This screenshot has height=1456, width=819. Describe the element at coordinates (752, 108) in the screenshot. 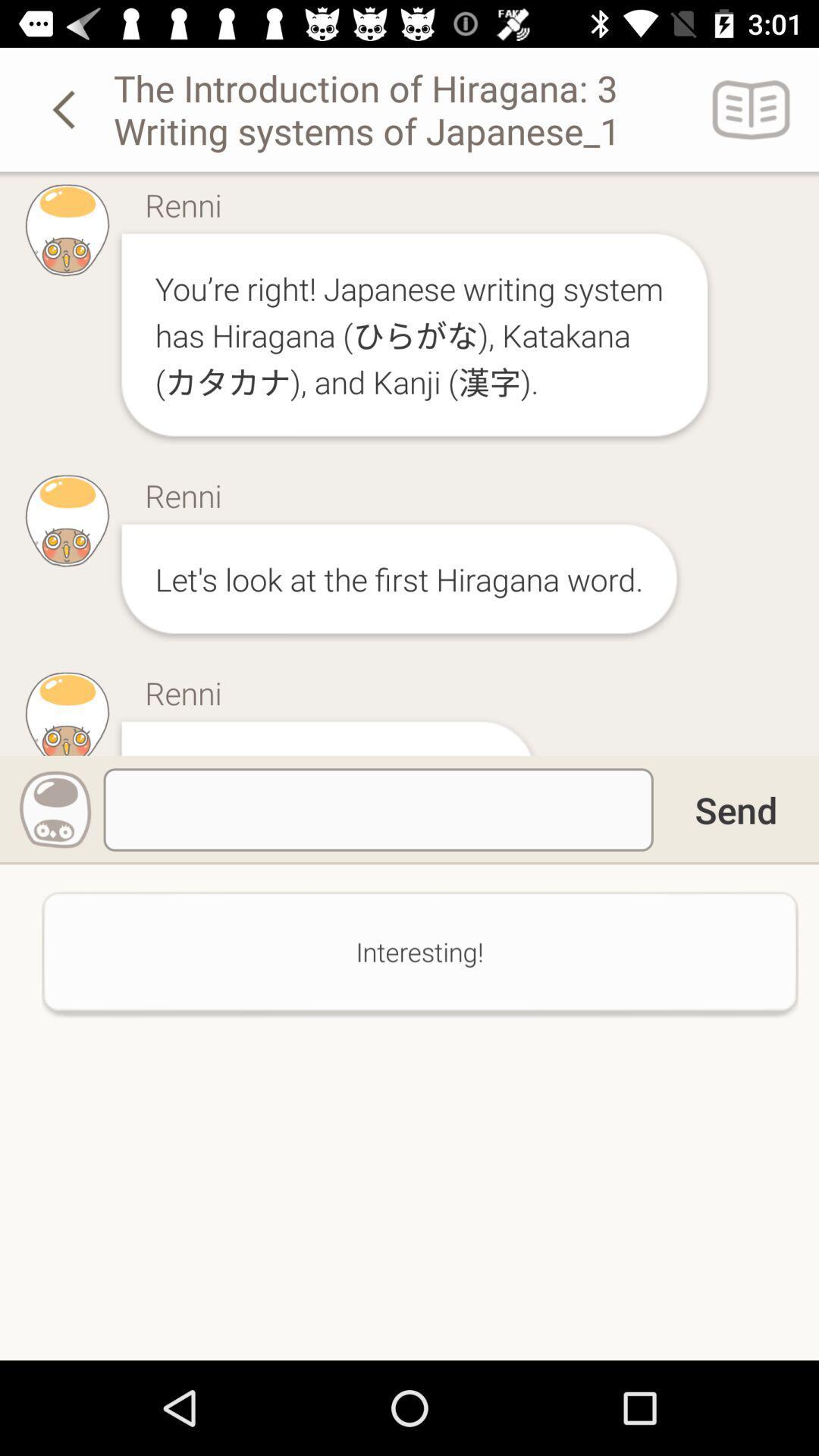

I see `the book icon` at that location.